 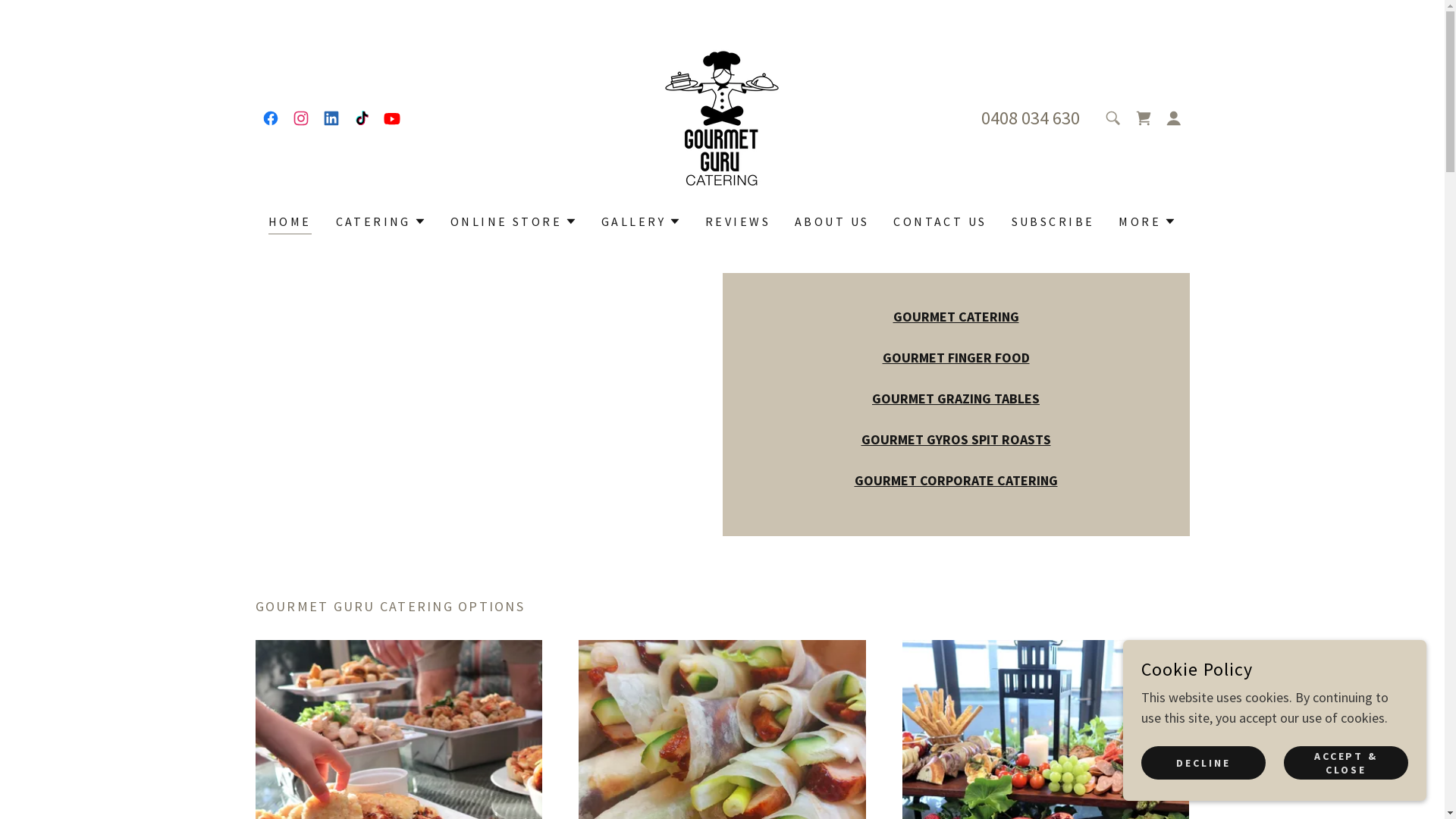 What do you see at coordinates (1346, 763) in the screenshot?
I see `'ACCEPT & CLOSE'` at bounding box center [1346, 763].